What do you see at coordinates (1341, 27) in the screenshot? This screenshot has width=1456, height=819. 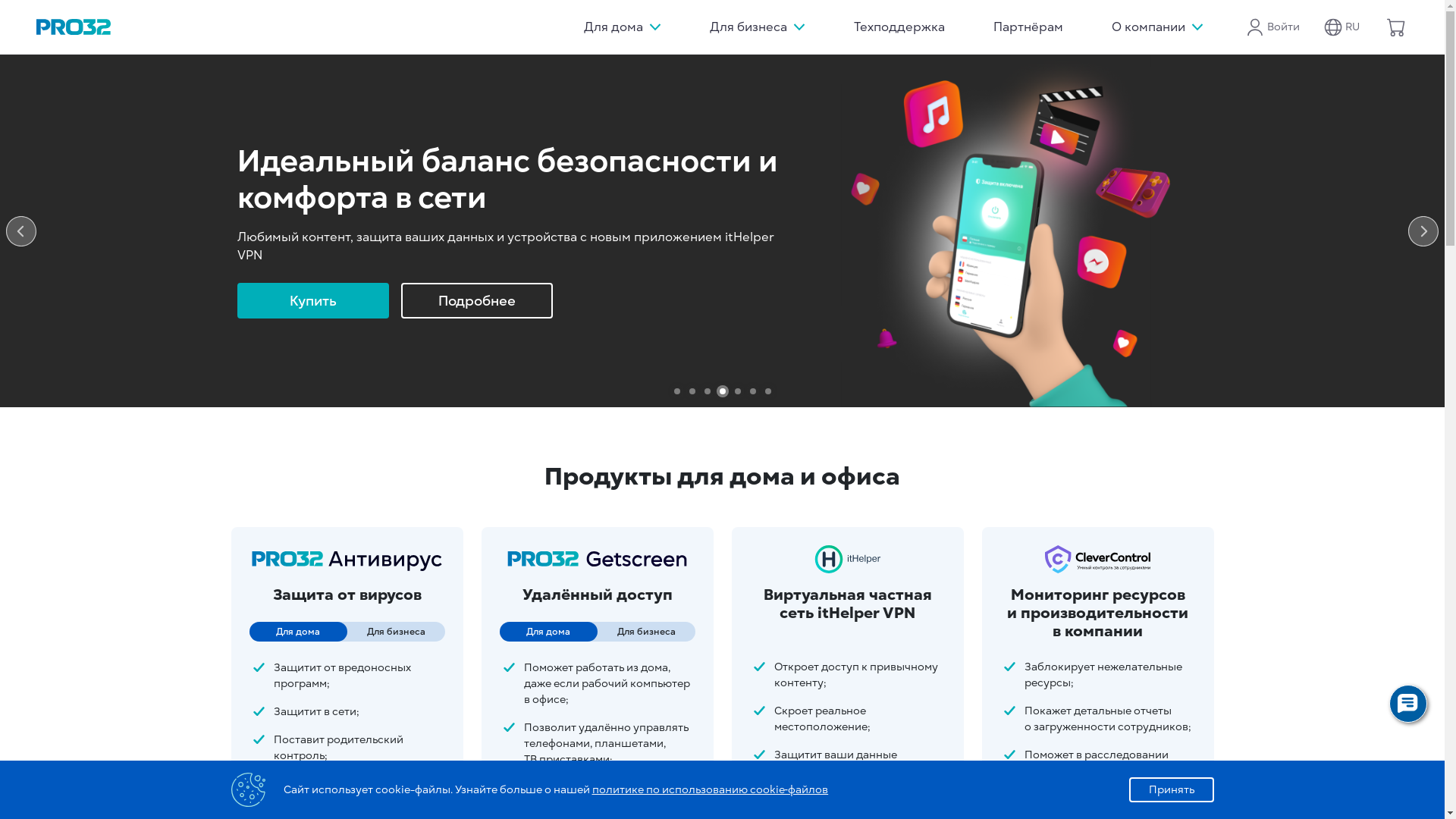 I see `'RU'` at bounding box center [1341, 27].